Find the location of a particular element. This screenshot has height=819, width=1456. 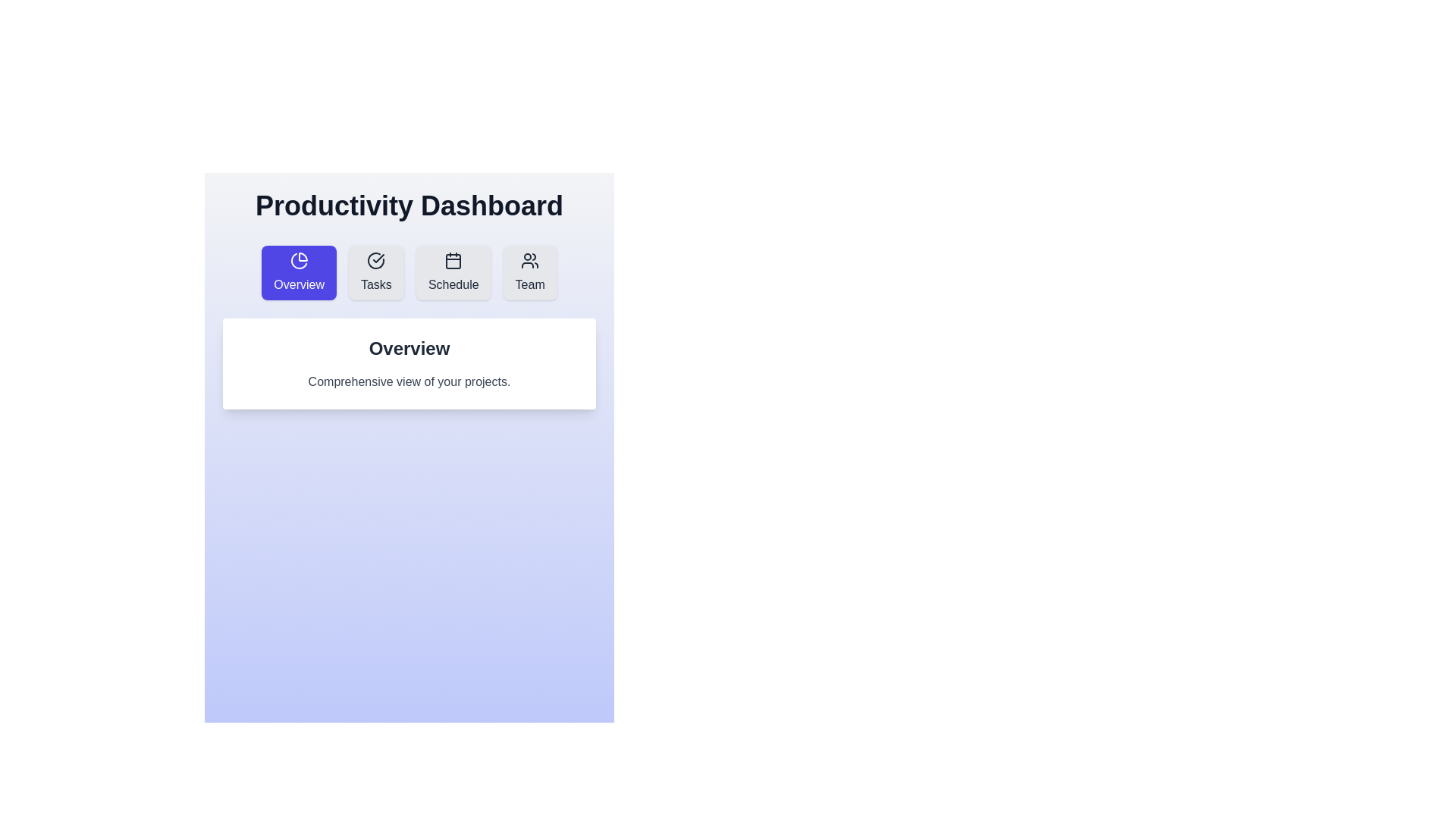

the tab button labeled Tasks to switch to its view is located at coordinates (376, 271).